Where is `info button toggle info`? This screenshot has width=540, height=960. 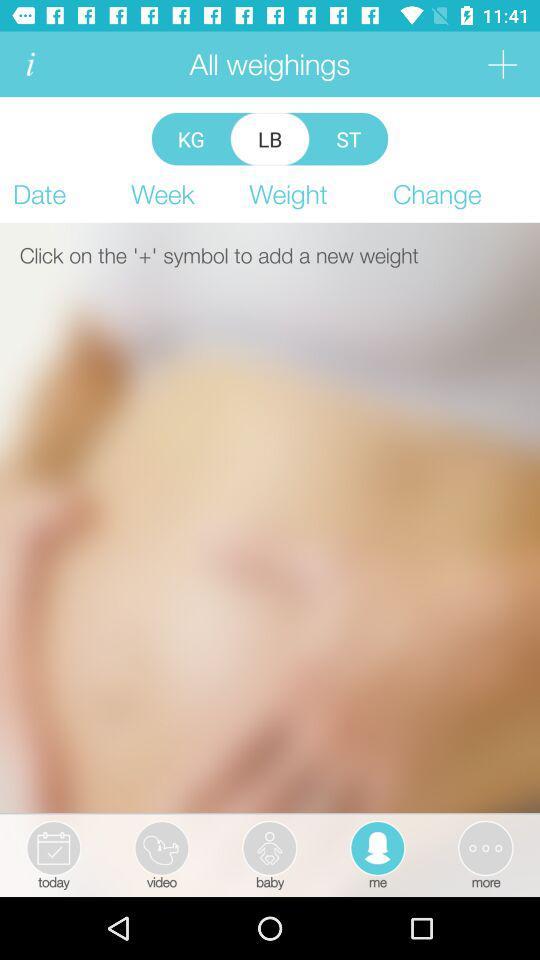
info button toggle info is located at coordinates (29, 64).